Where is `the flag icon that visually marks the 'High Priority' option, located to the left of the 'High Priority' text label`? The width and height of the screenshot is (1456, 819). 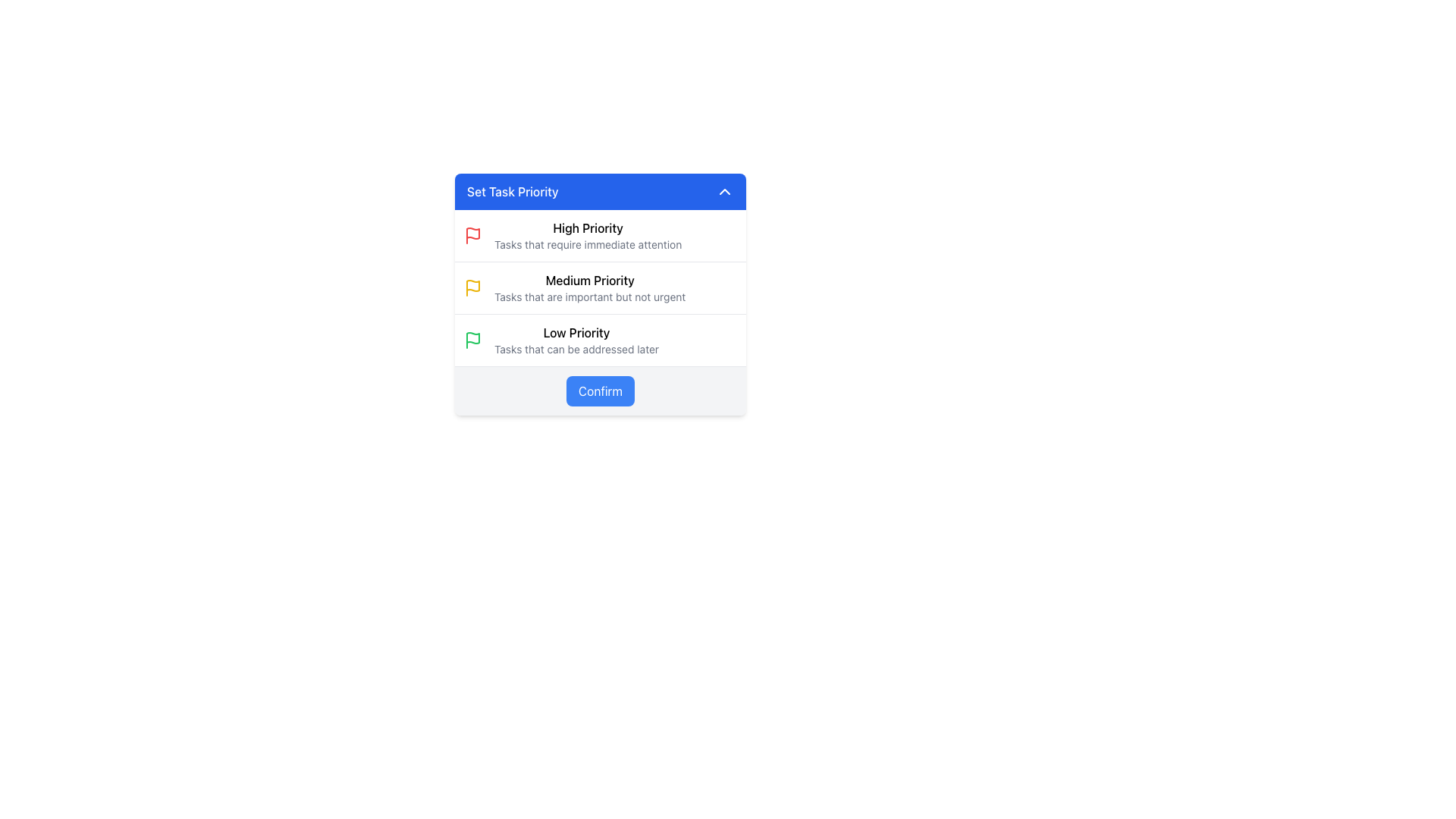
the flag icon that visually marks the 'High Priority' option, located to the left of the 'High Priority' text label is located at coordinates (472, 234).